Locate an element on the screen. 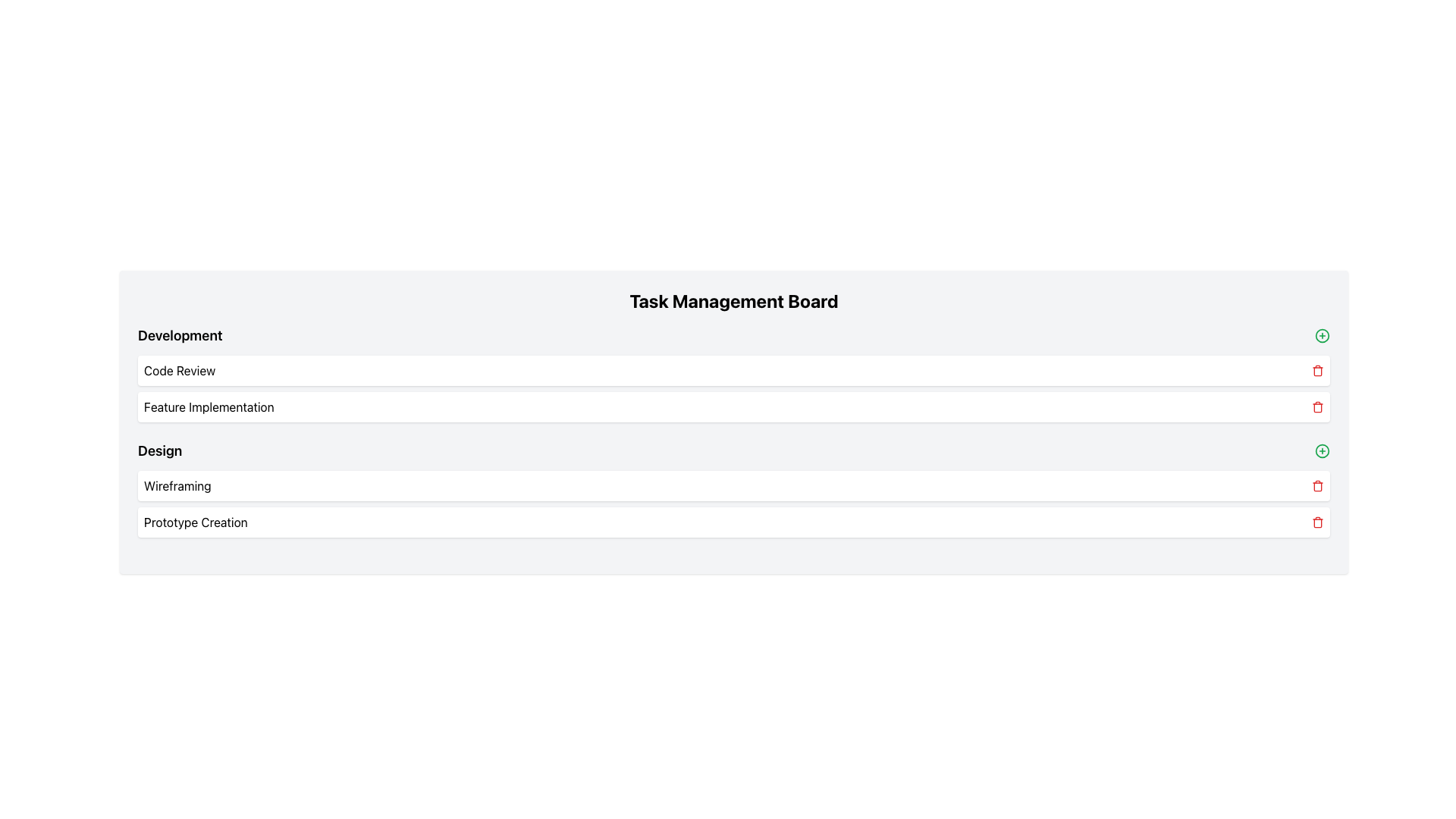  the trash can icon at the far right of the 'Feature Implementation' task is located at coordinates (1316, 406).